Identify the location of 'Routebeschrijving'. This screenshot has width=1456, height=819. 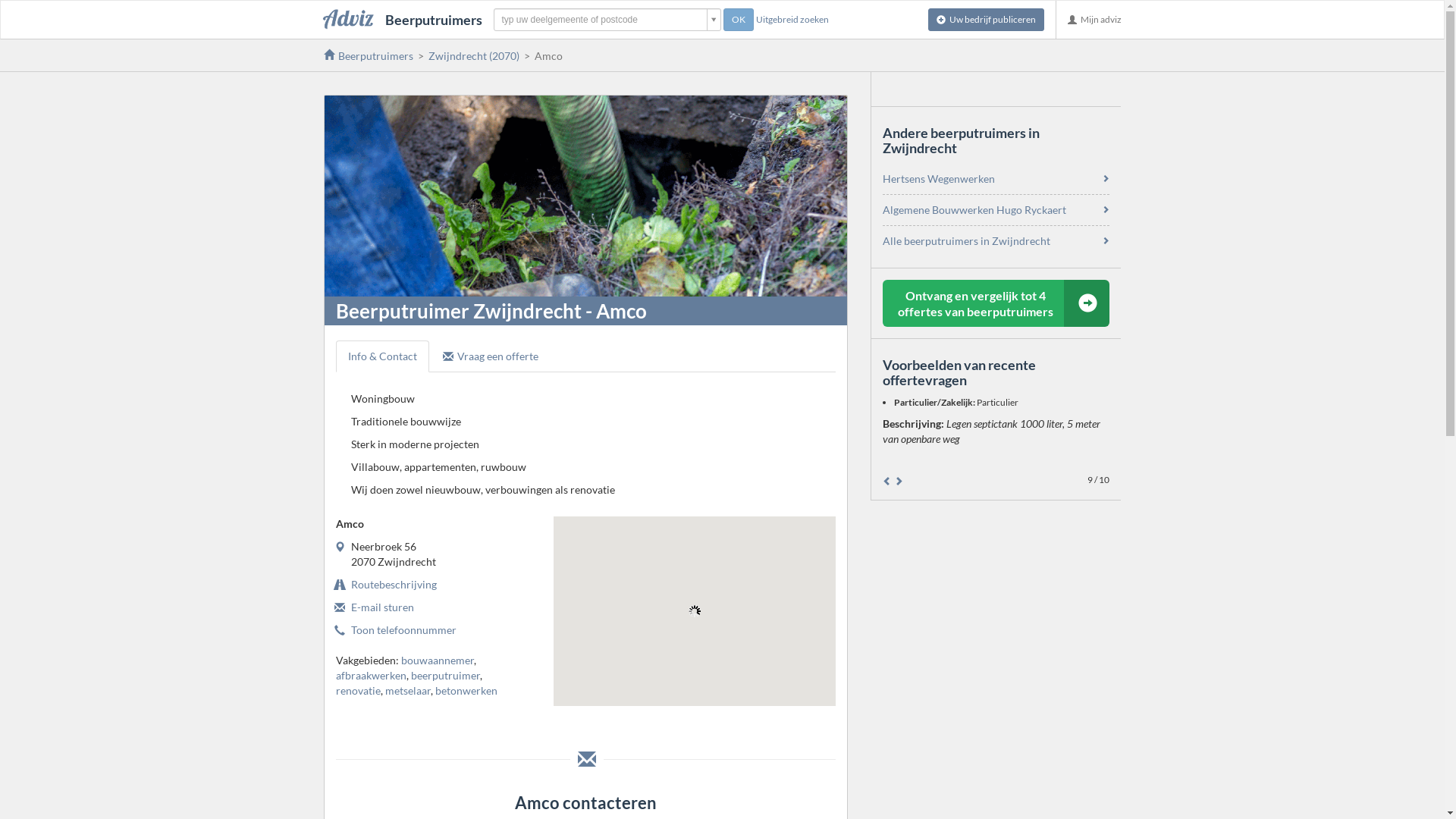
(393, 583).